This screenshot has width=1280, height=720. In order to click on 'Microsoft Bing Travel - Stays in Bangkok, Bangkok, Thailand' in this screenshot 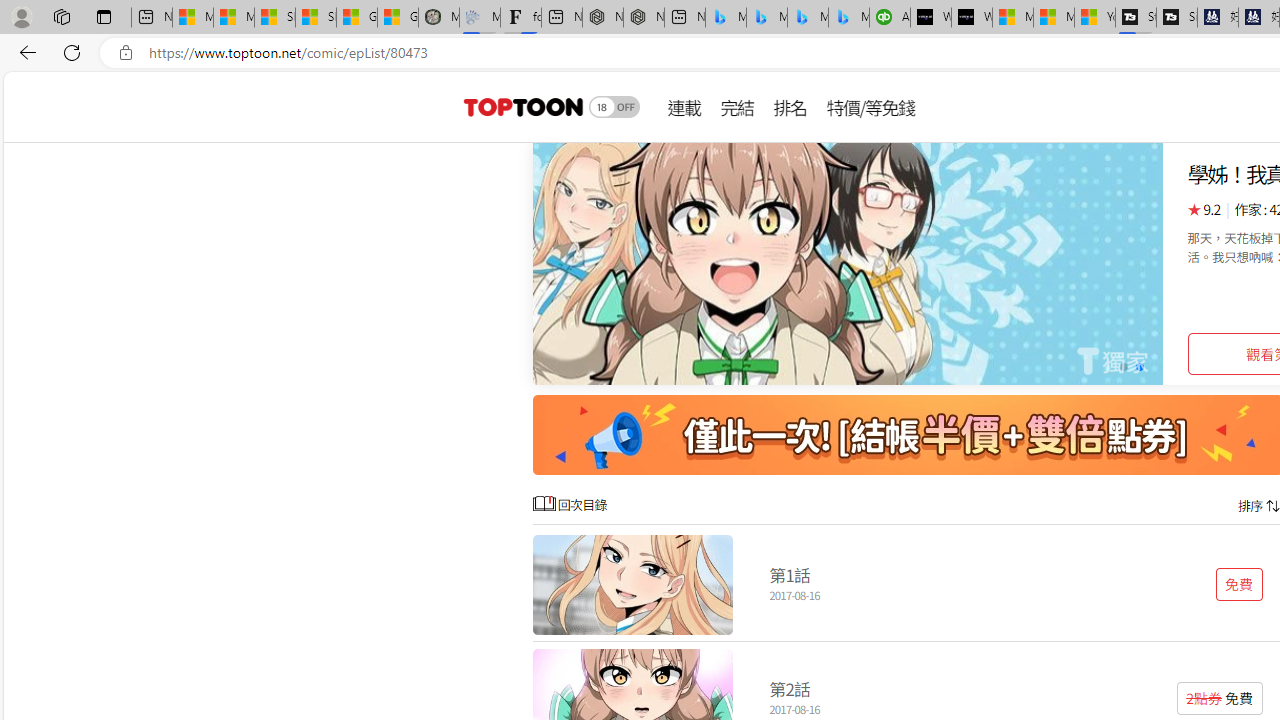, I will do `click(766, 17)`.